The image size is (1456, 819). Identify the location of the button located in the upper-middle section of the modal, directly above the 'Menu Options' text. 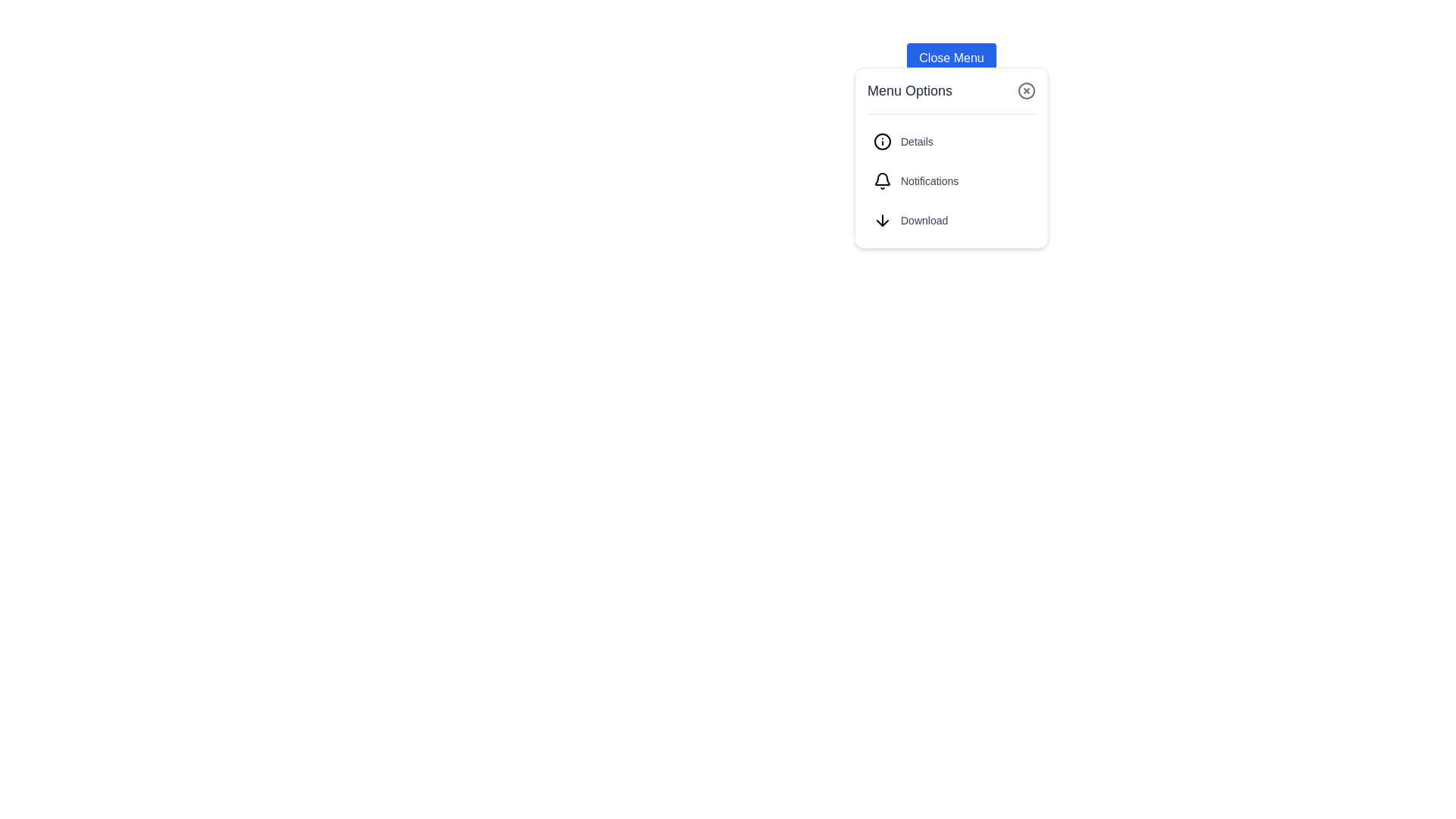
(950, 58).